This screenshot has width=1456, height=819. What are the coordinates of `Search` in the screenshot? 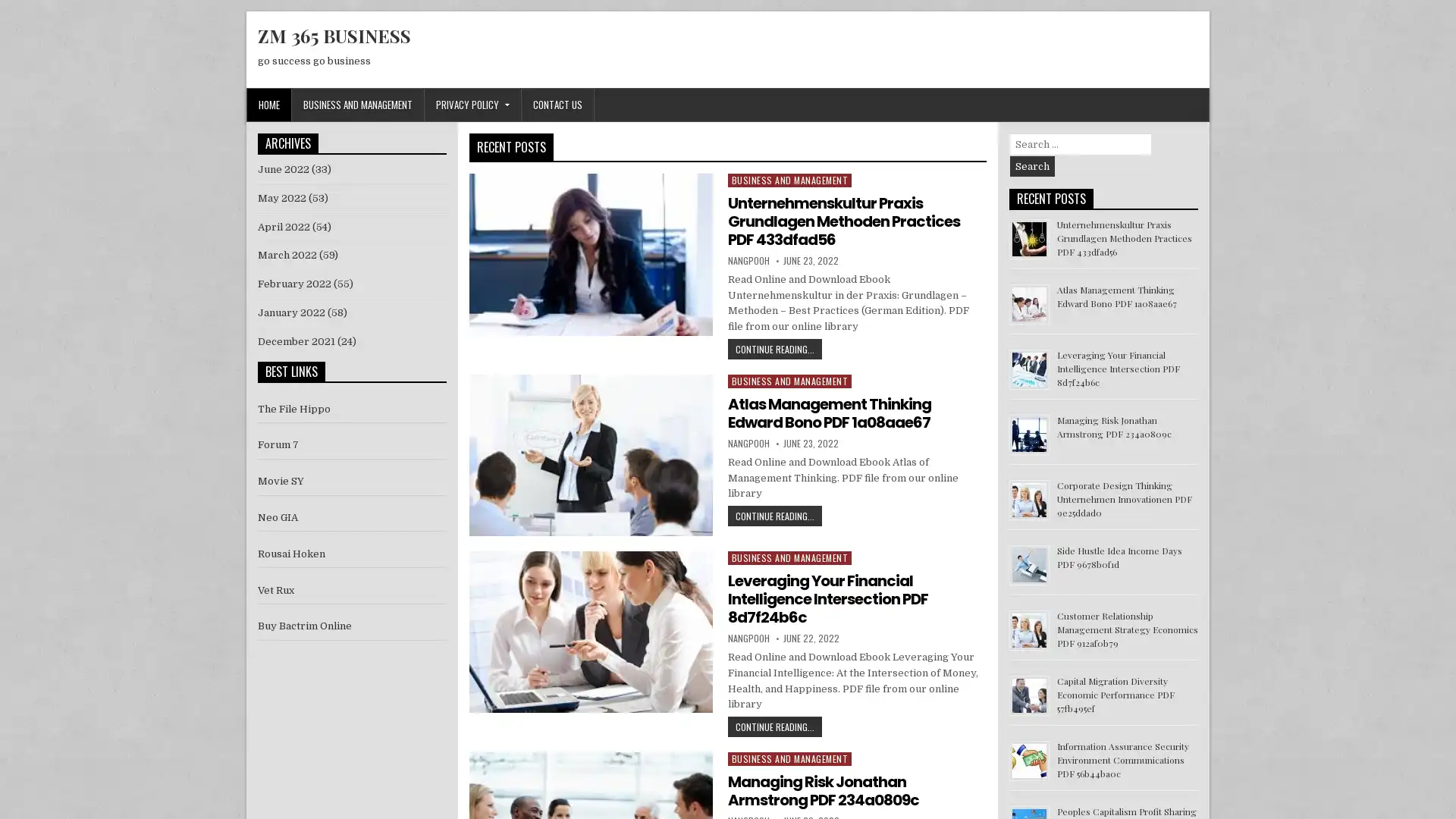 It's located at (1031, 166).